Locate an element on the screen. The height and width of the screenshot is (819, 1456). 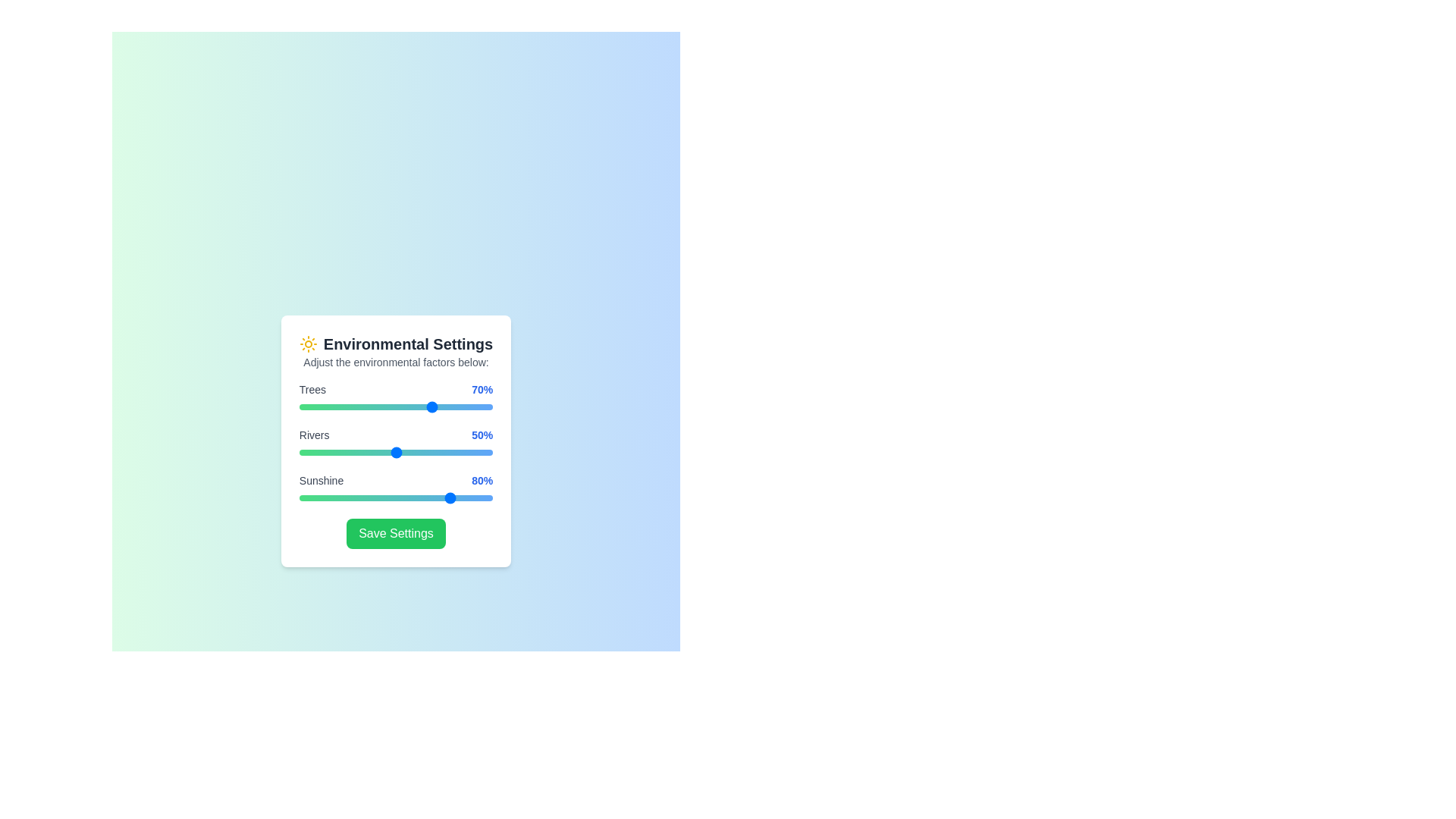
the 0 slider to 1% is located at coordinates (301, 406).